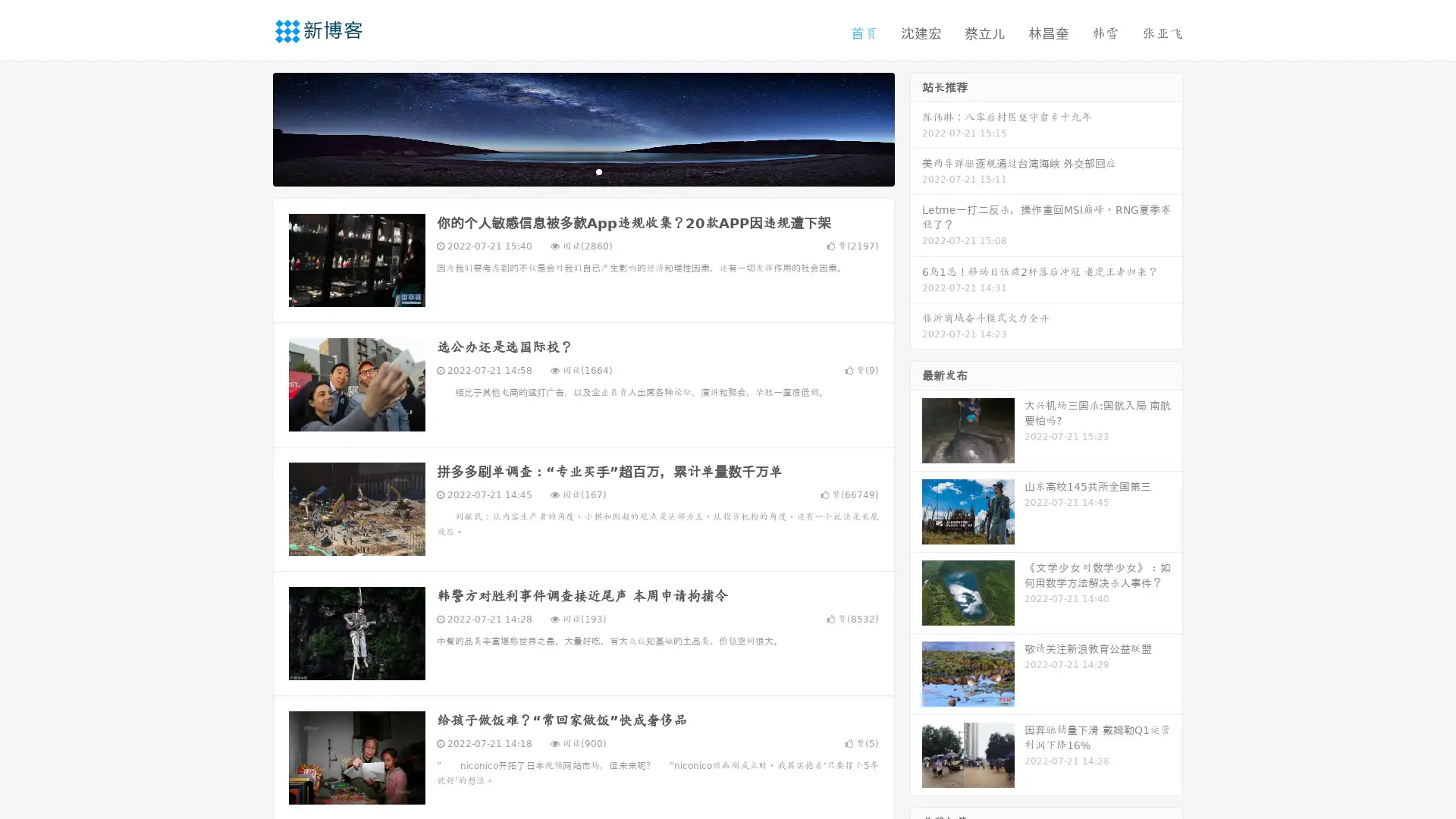 The height and width of the screenshot is (819, 1456). I want to click on Go to slide 3, so click(598, 171).